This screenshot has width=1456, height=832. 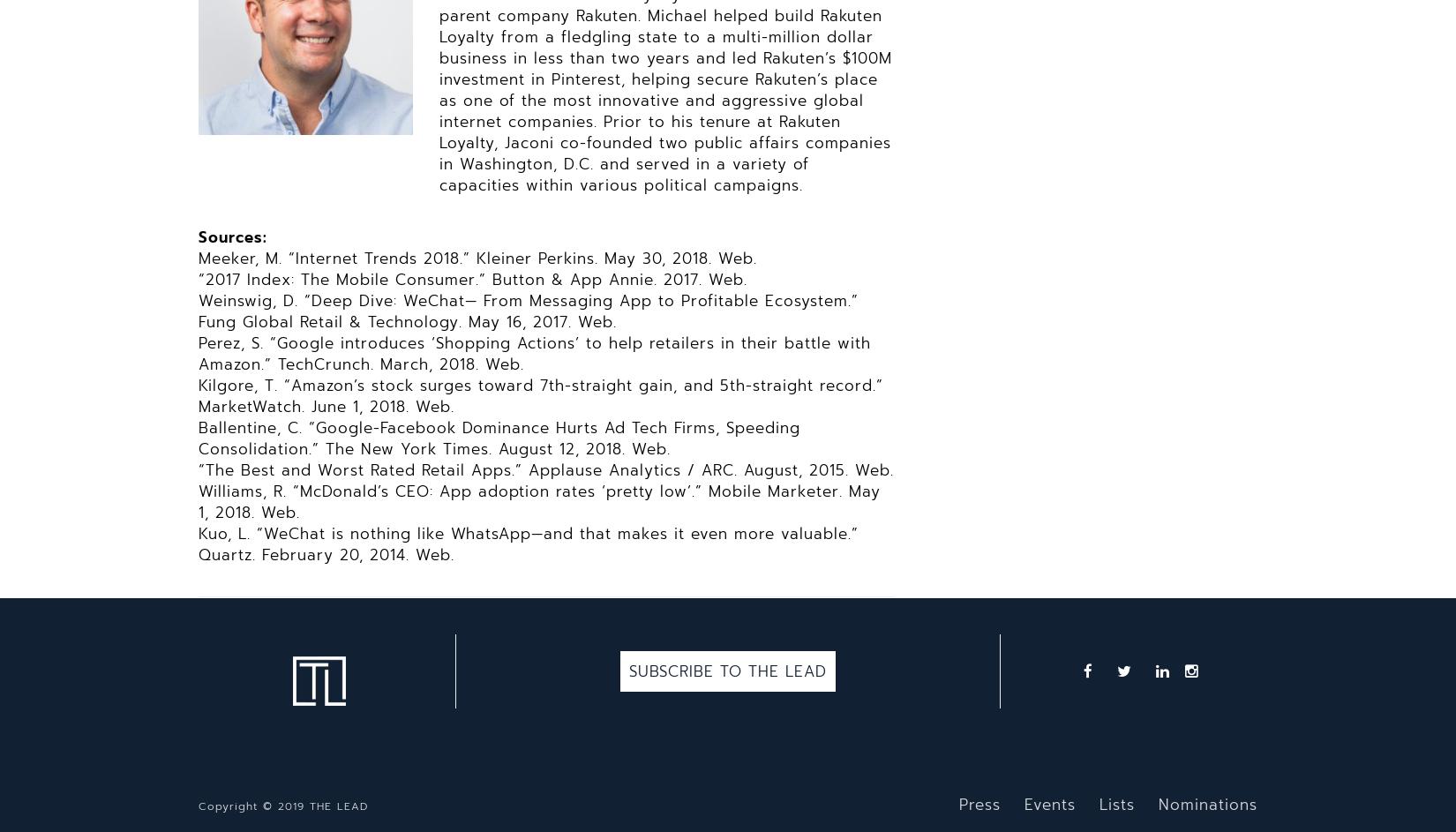 What do you see at coordinates (282, 805) in the screenshot?
I see `'Copyright © 2019 THE LEAD'` at bounding box center [282, 805].